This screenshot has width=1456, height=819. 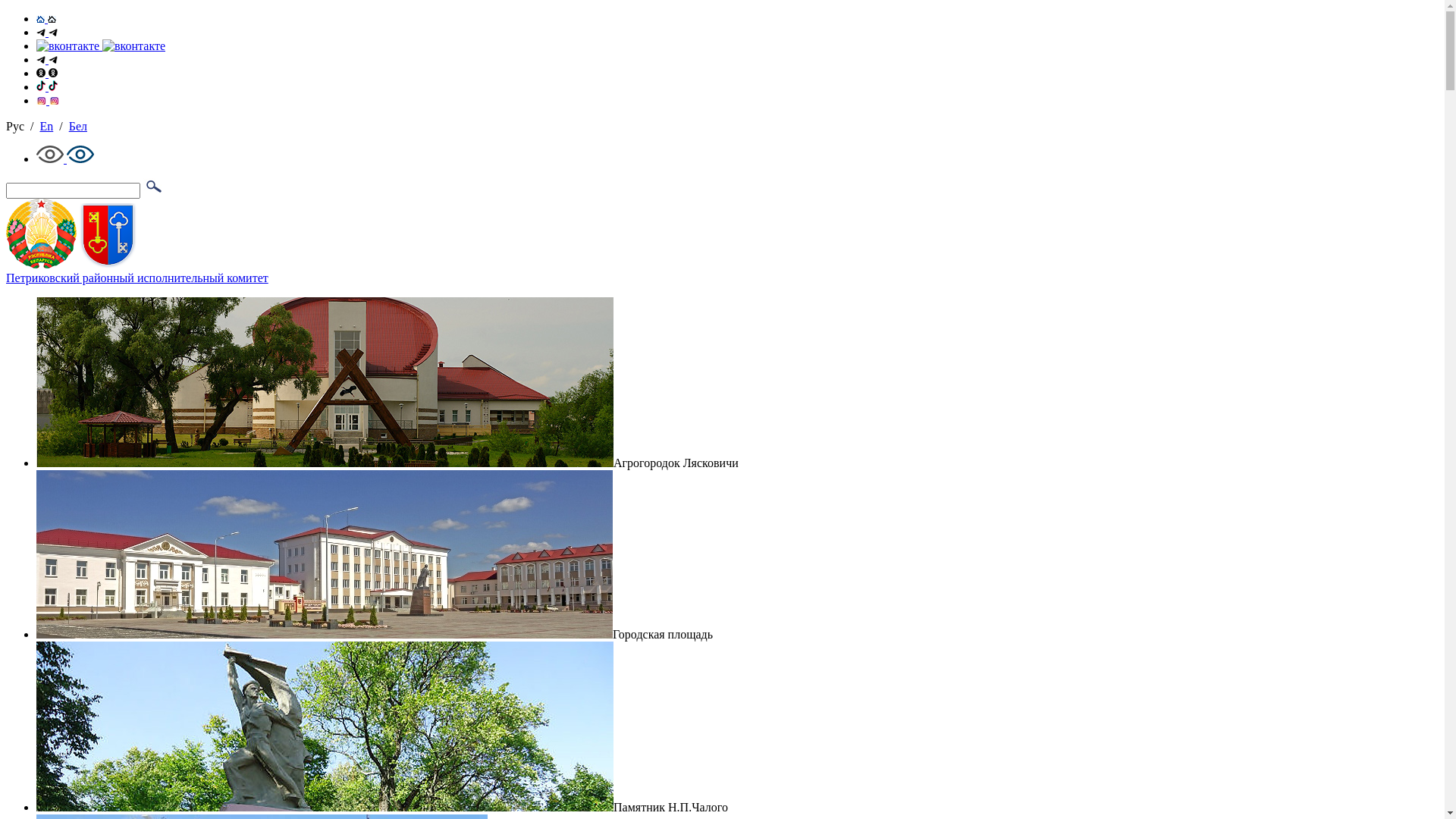 I want to click on 'Instagram', so click(x=47, y=100).